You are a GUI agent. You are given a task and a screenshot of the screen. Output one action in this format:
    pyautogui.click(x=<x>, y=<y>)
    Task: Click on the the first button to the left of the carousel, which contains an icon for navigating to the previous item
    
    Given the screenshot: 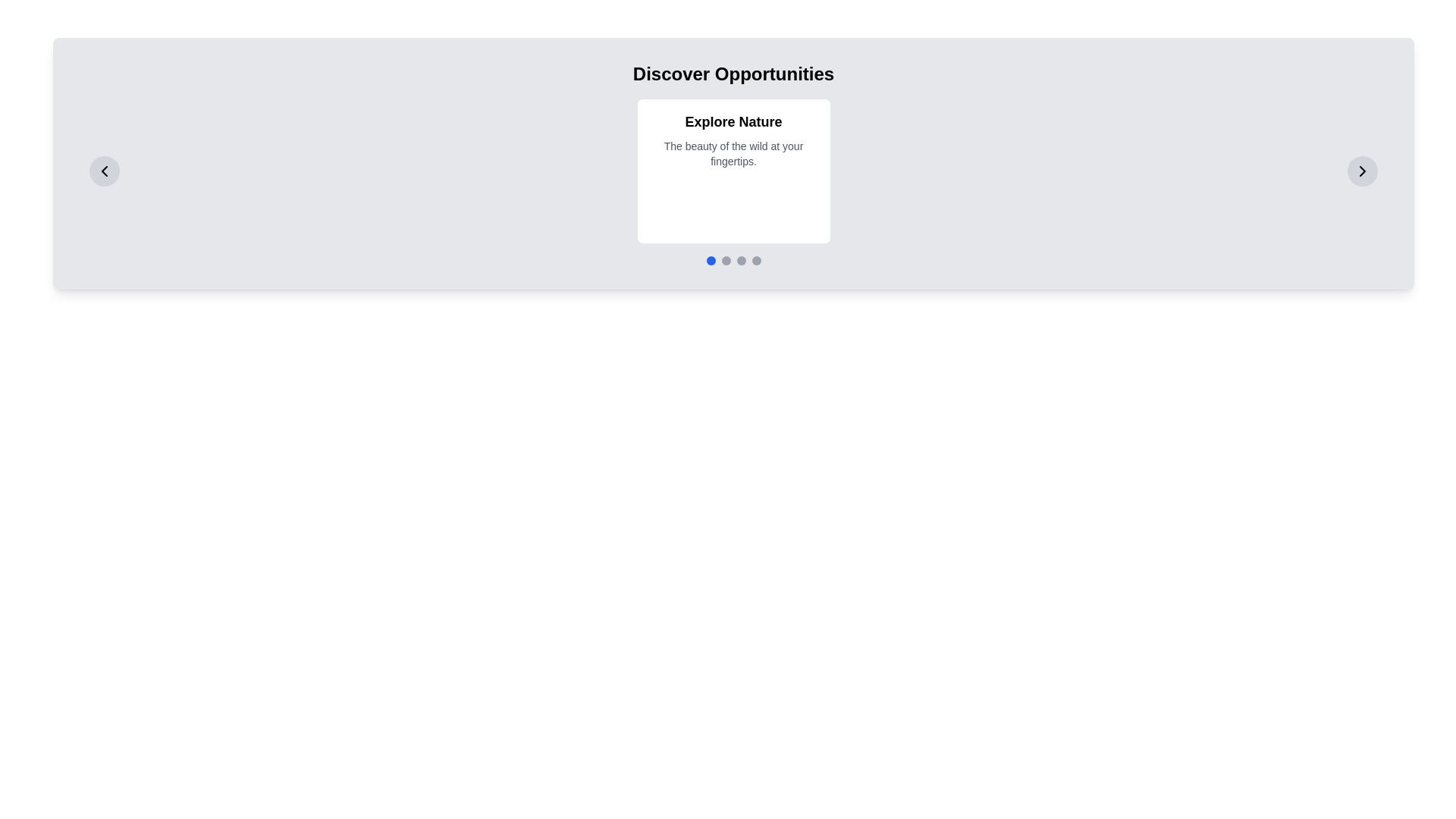 What is the action you would take?
    pyautogui.click(x=104, y=171)
    